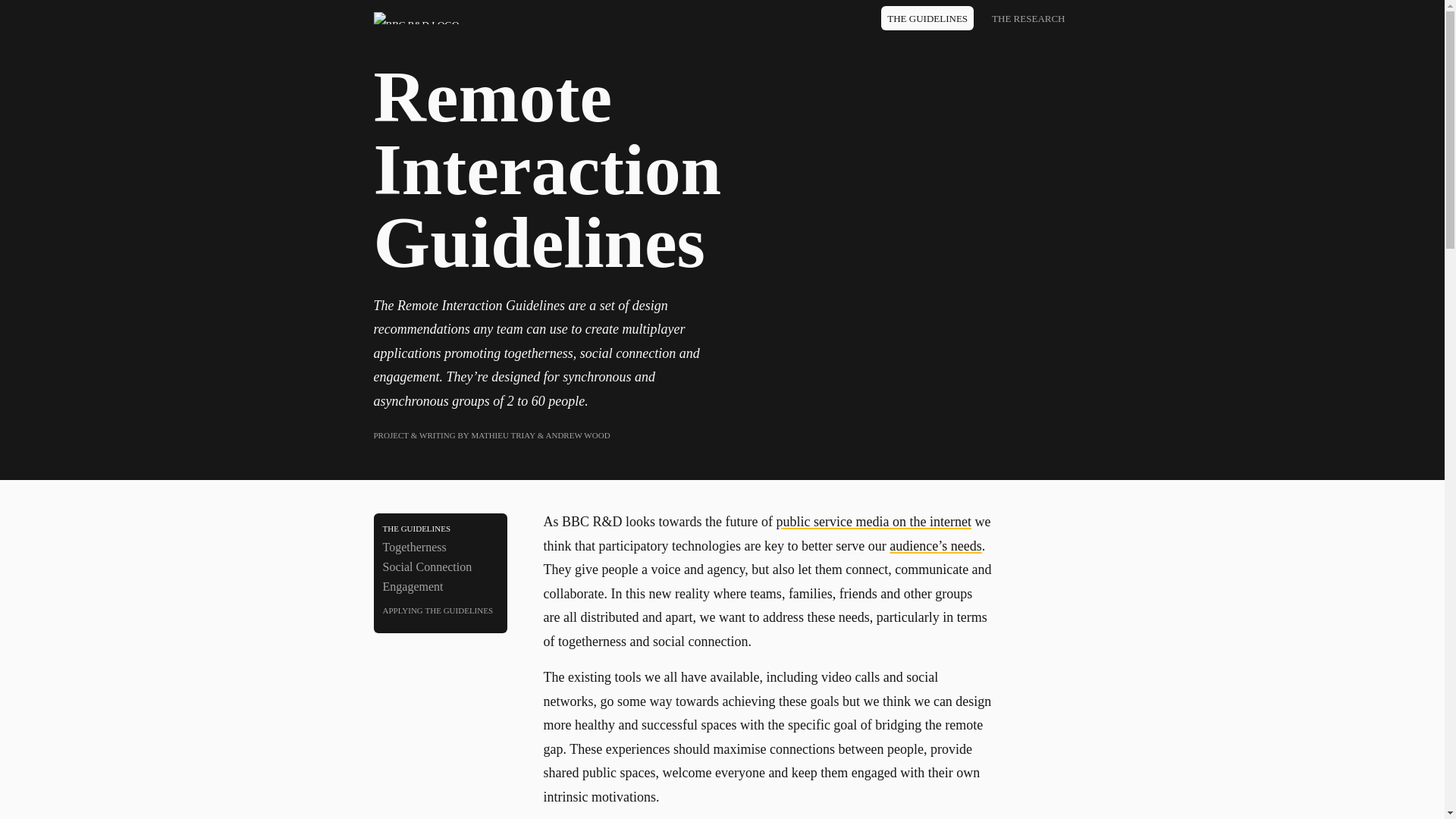 This screenshot has height=819, width=1456. What do you see at coordinates (439, 526) in the screenshot?
I see `'The Guidelines'` at bounding box center [439, 526].